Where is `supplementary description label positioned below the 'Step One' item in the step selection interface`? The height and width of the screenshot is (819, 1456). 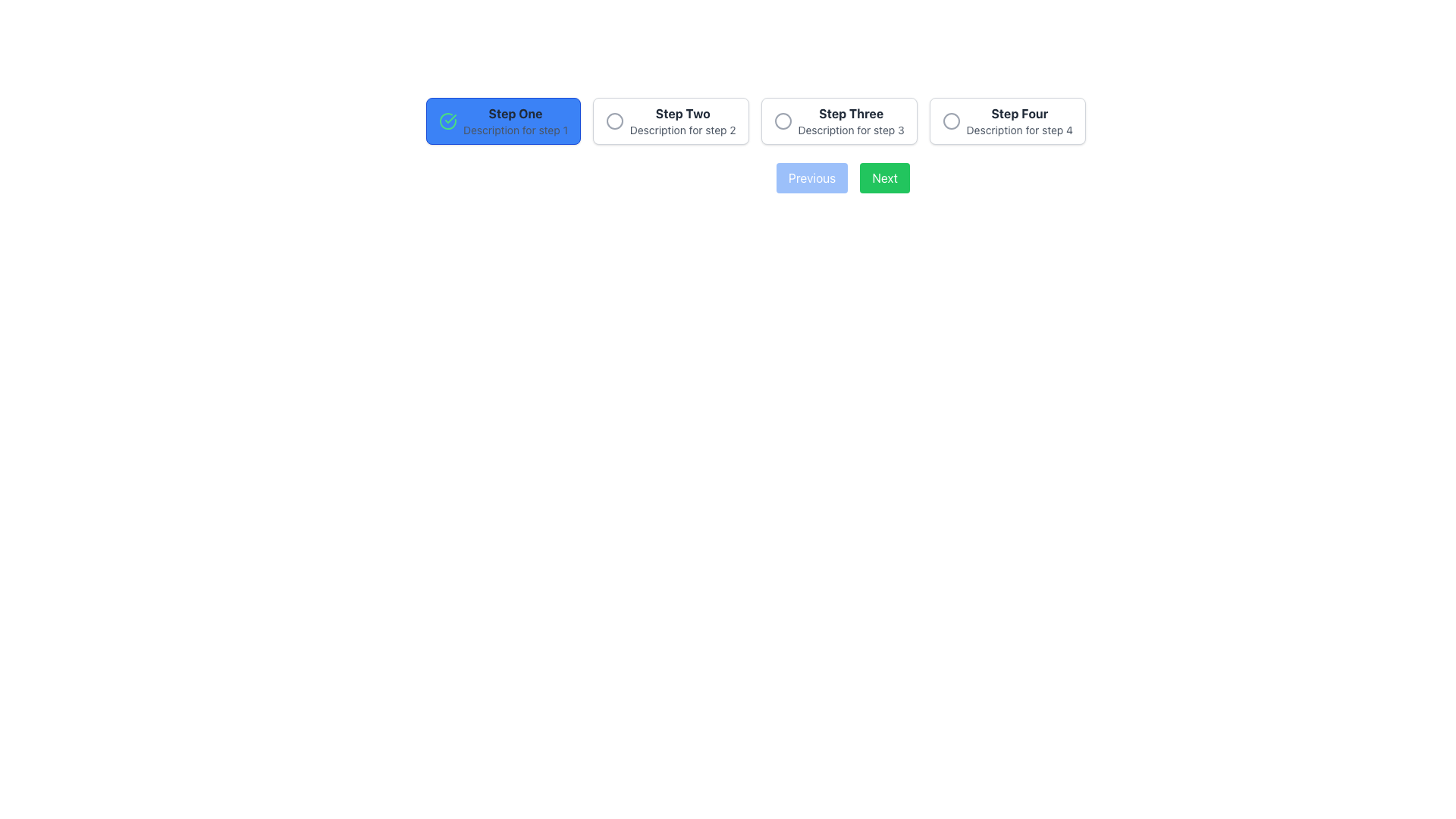 supplementary description label positioned below the 'Step One' item in the step selection interface is located at coordinates (515, 130).